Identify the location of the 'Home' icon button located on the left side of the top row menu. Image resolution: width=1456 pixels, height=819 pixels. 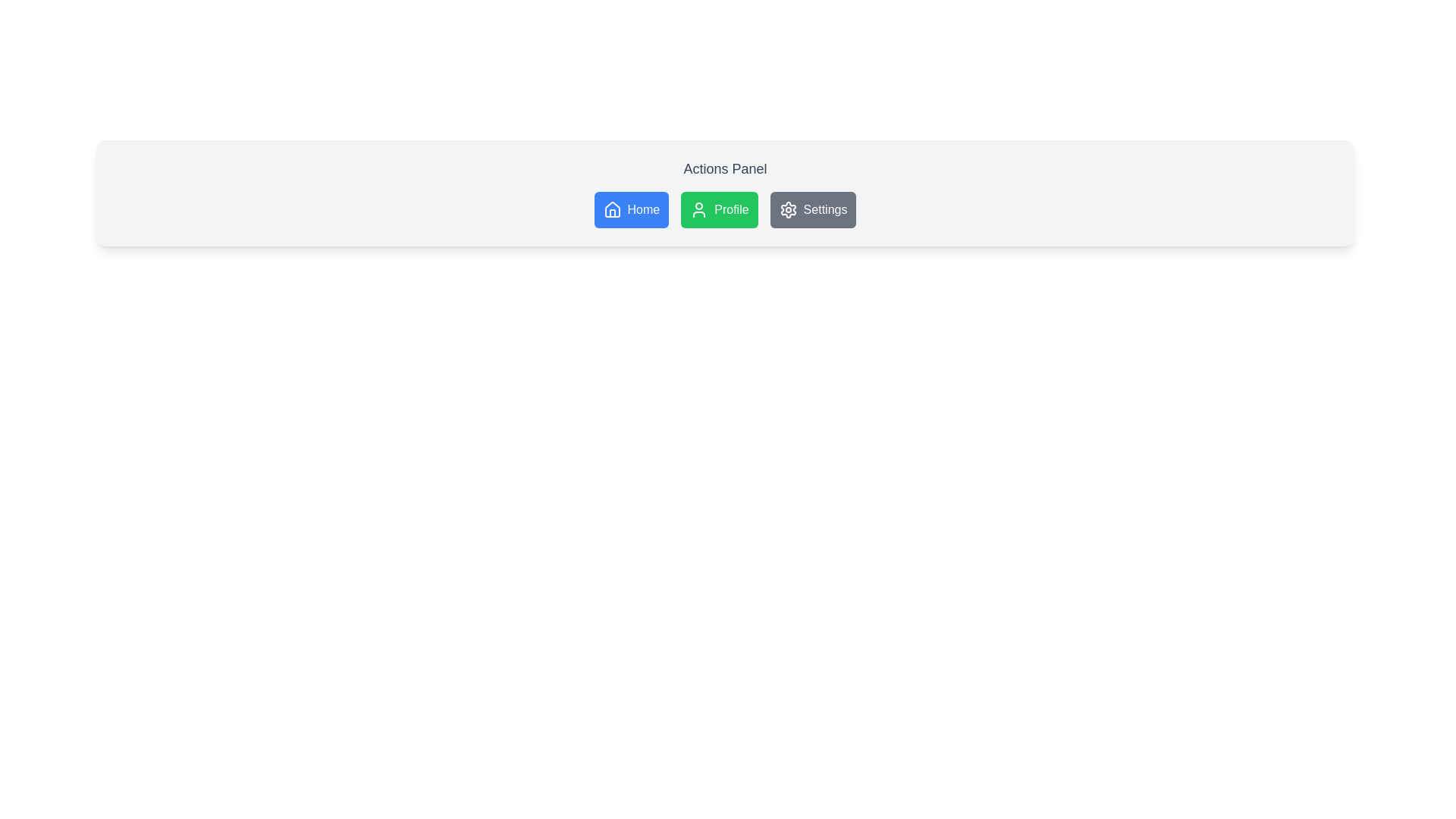
(612, 209).